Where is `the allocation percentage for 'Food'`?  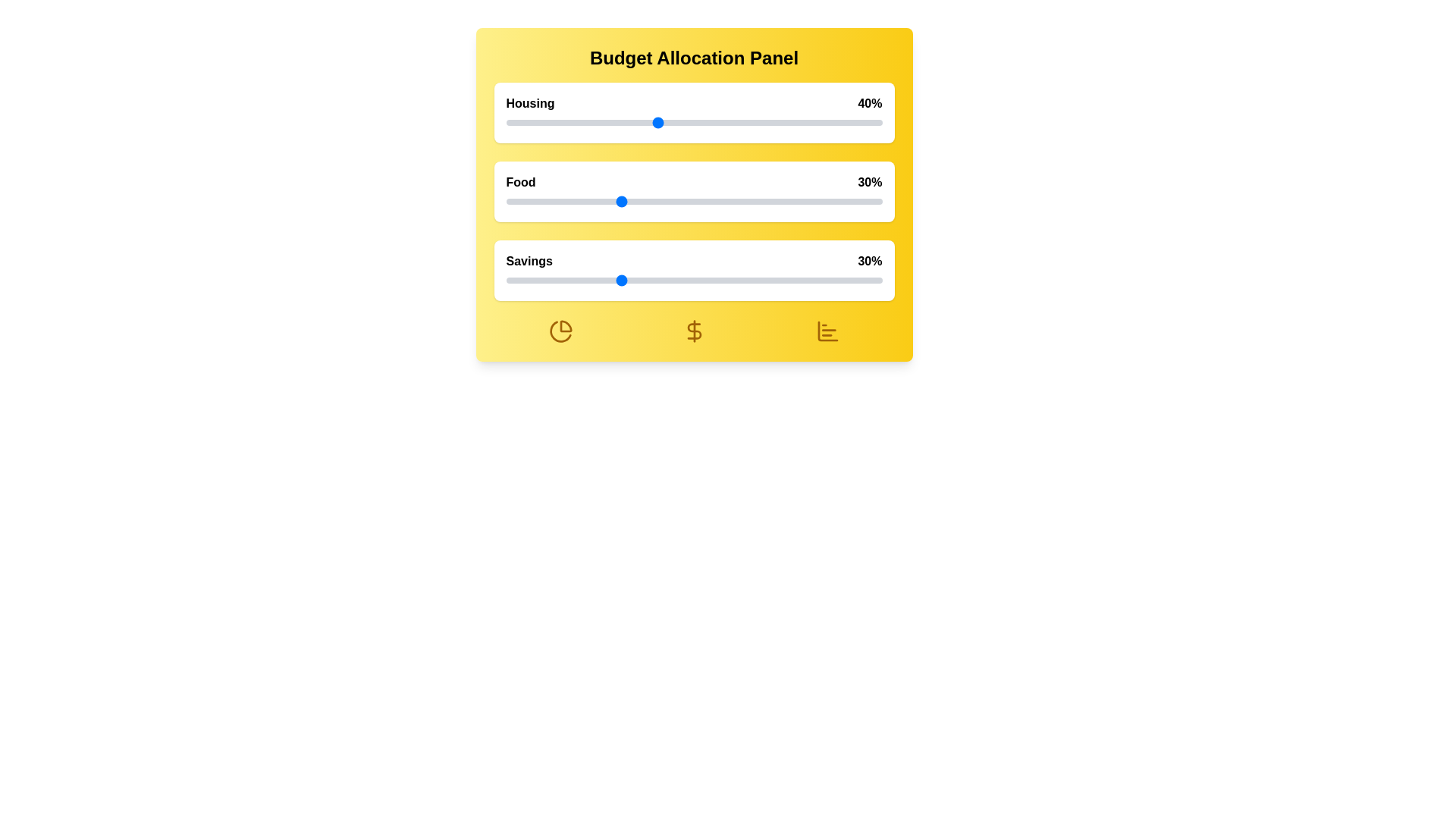
the allocation percentage for 'Food' is located at coordinates (678, 201).